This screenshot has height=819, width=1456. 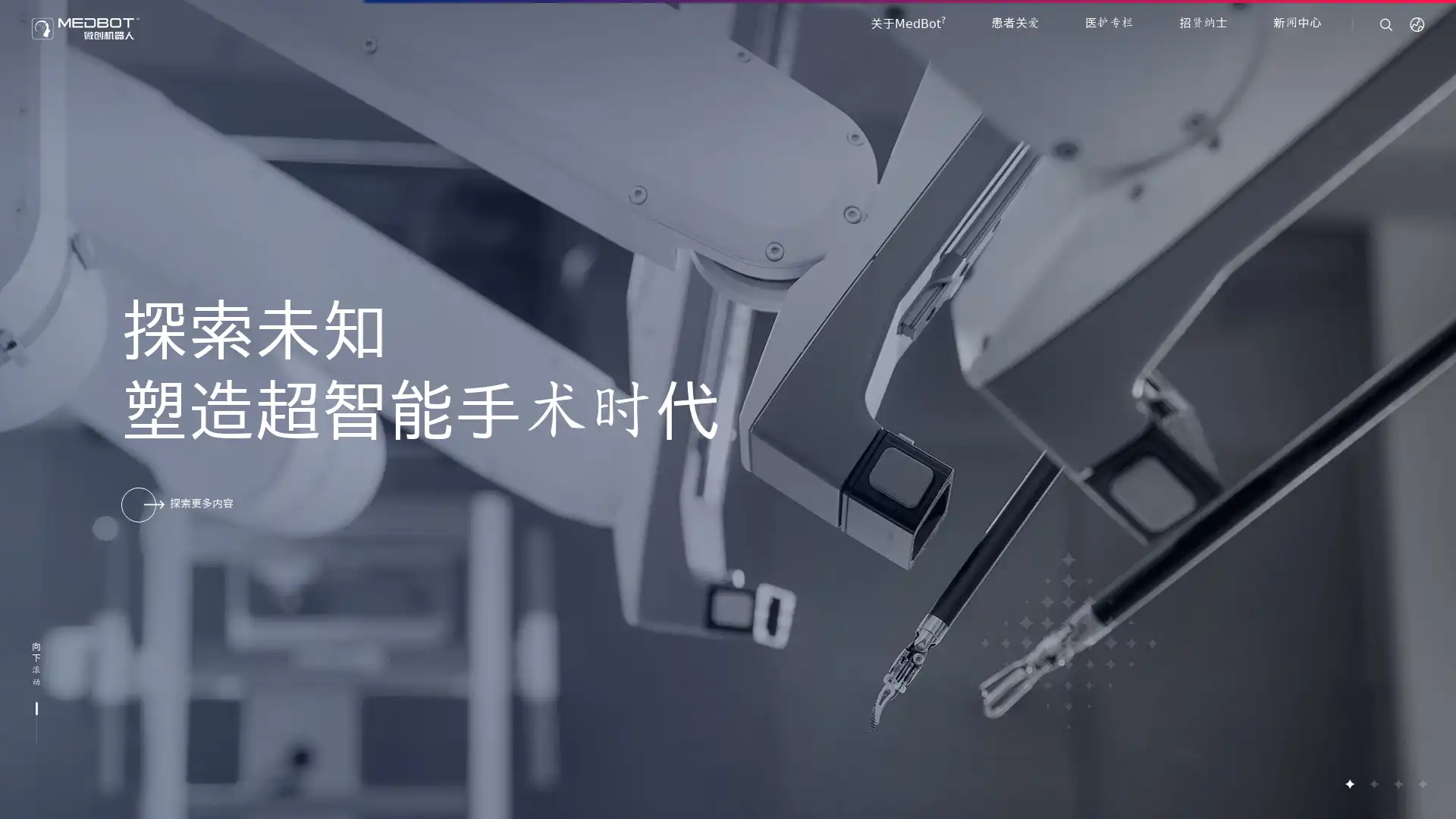 What do you see at coordinates (1421, 783) in the screenshot?
I see `Go to slide 4` at bounding box center [1421, 783].